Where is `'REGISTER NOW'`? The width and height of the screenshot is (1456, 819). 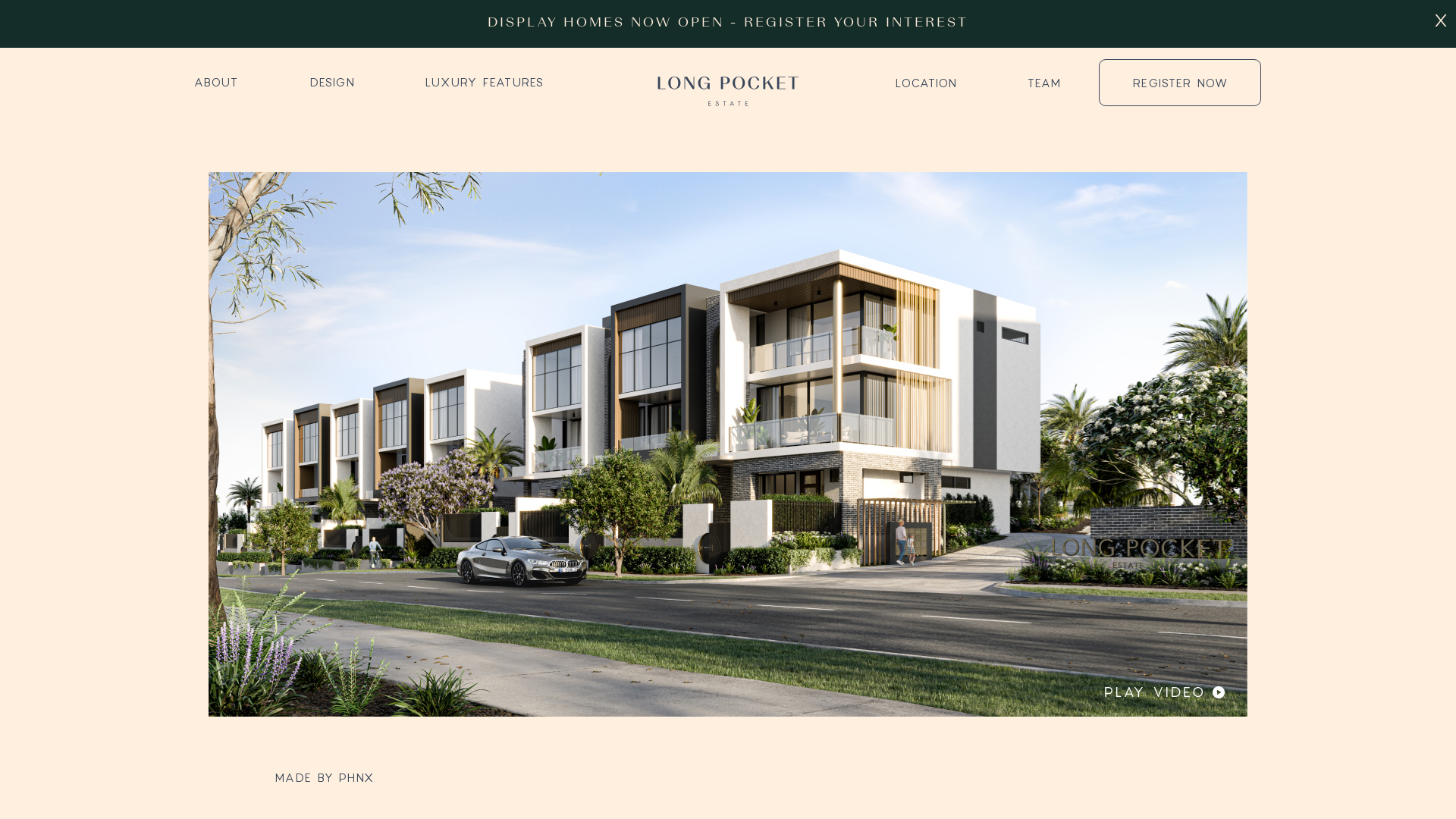
'REGISTER NOW' is located at coordinates (1178, 82).